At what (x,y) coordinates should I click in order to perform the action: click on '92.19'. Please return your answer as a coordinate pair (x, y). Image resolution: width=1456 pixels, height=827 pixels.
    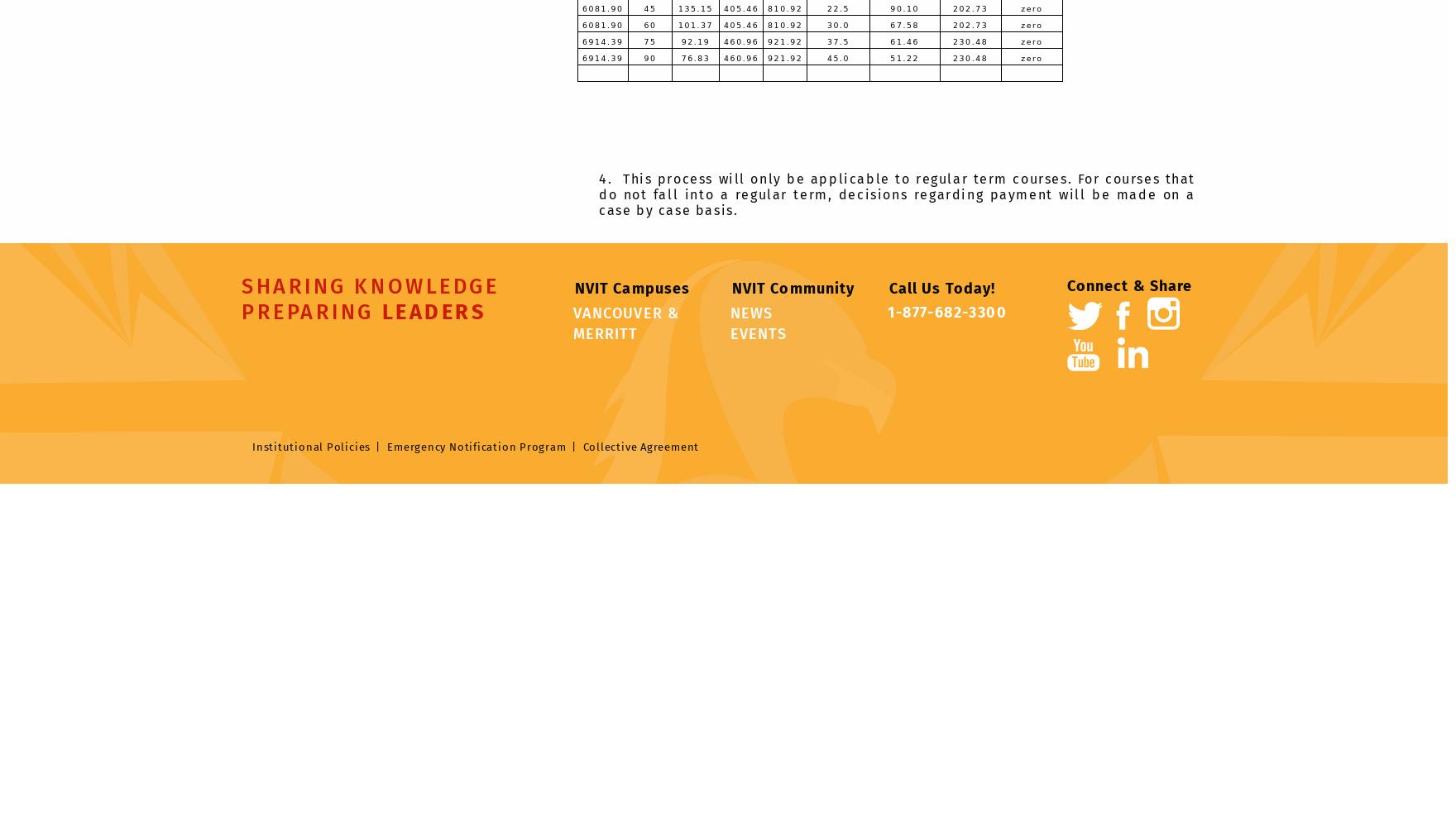
    Looking at the image, I should click on (694, 41).